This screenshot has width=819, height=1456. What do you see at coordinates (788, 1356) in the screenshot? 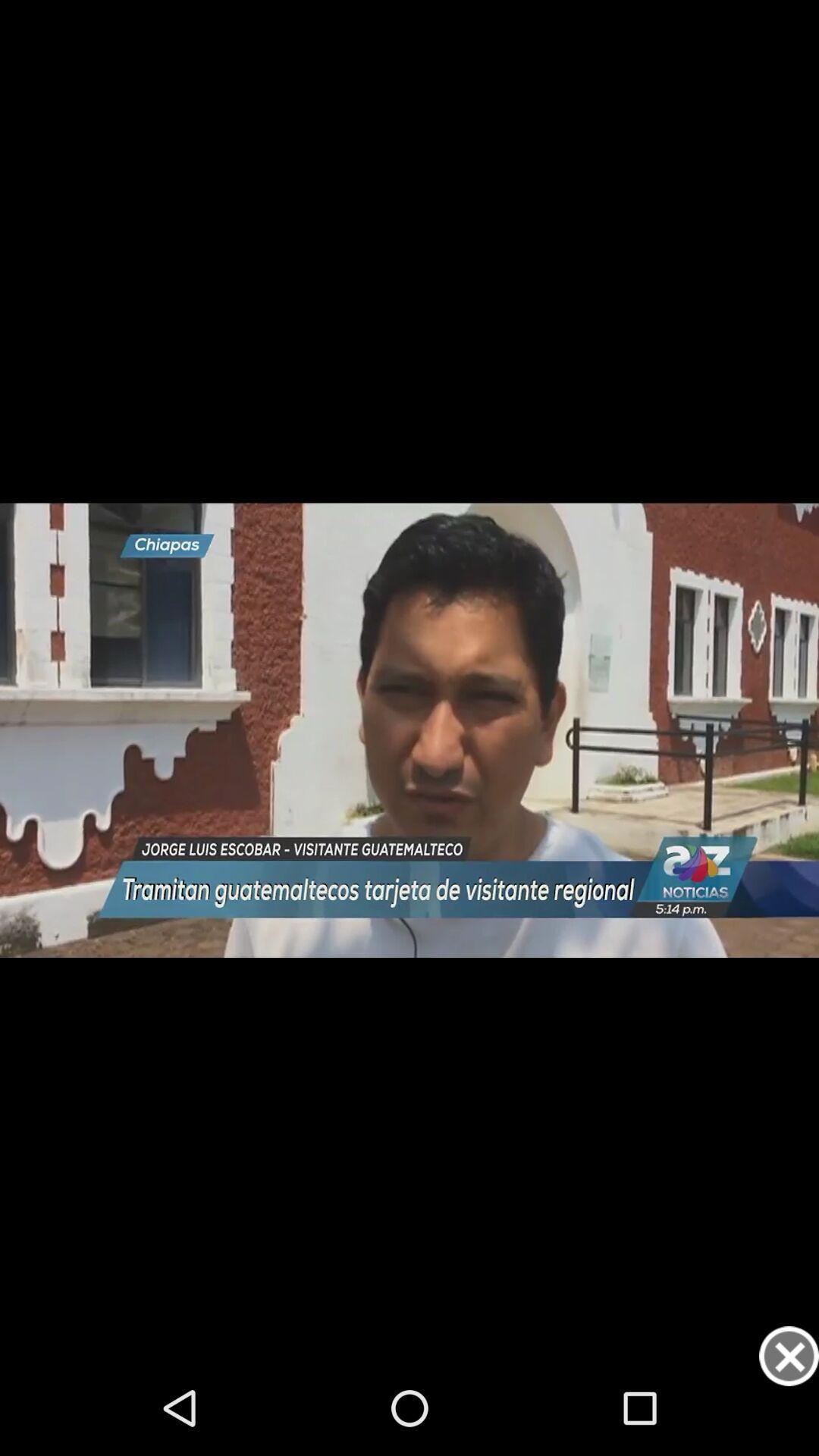
I see `option` at bounding box center [788, 1356].